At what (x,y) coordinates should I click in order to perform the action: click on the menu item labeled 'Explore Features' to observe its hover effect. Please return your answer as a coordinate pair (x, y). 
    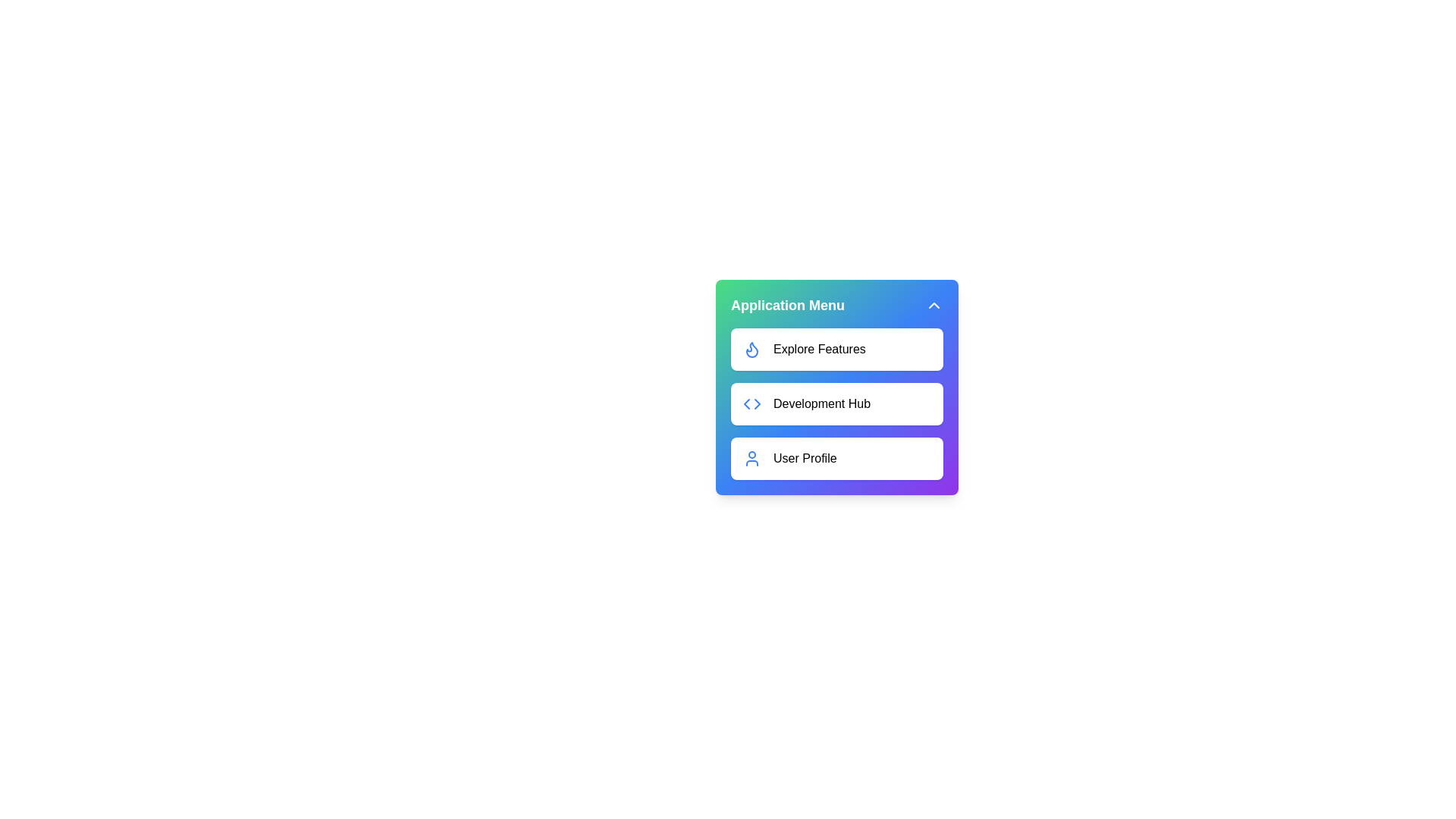
    Looking at the image, I should click on (836, 350).